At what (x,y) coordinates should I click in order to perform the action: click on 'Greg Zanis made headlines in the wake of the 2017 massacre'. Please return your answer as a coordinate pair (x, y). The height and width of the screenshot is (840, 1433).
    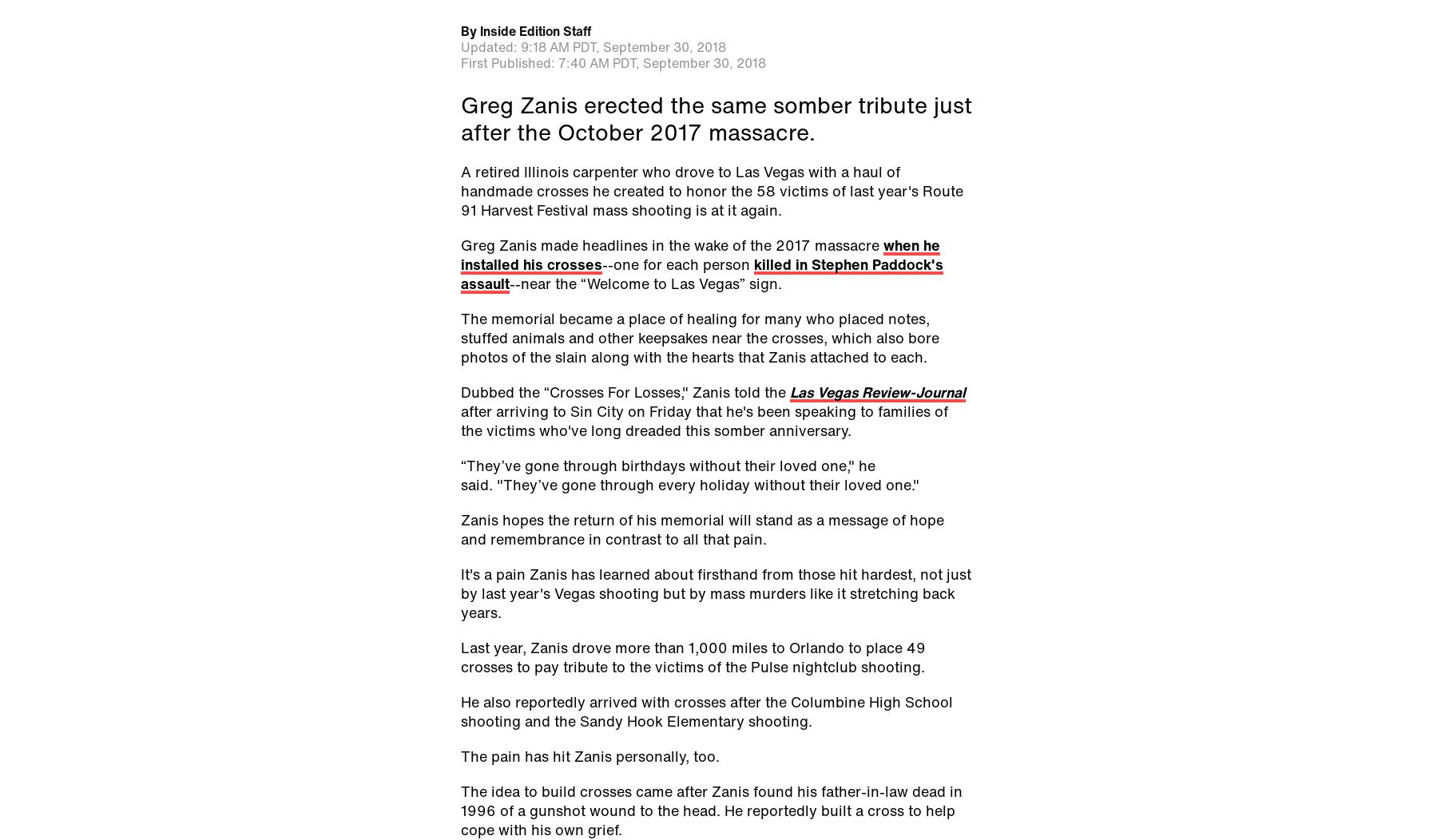
    Looking at the image, I should click on (460, 244).